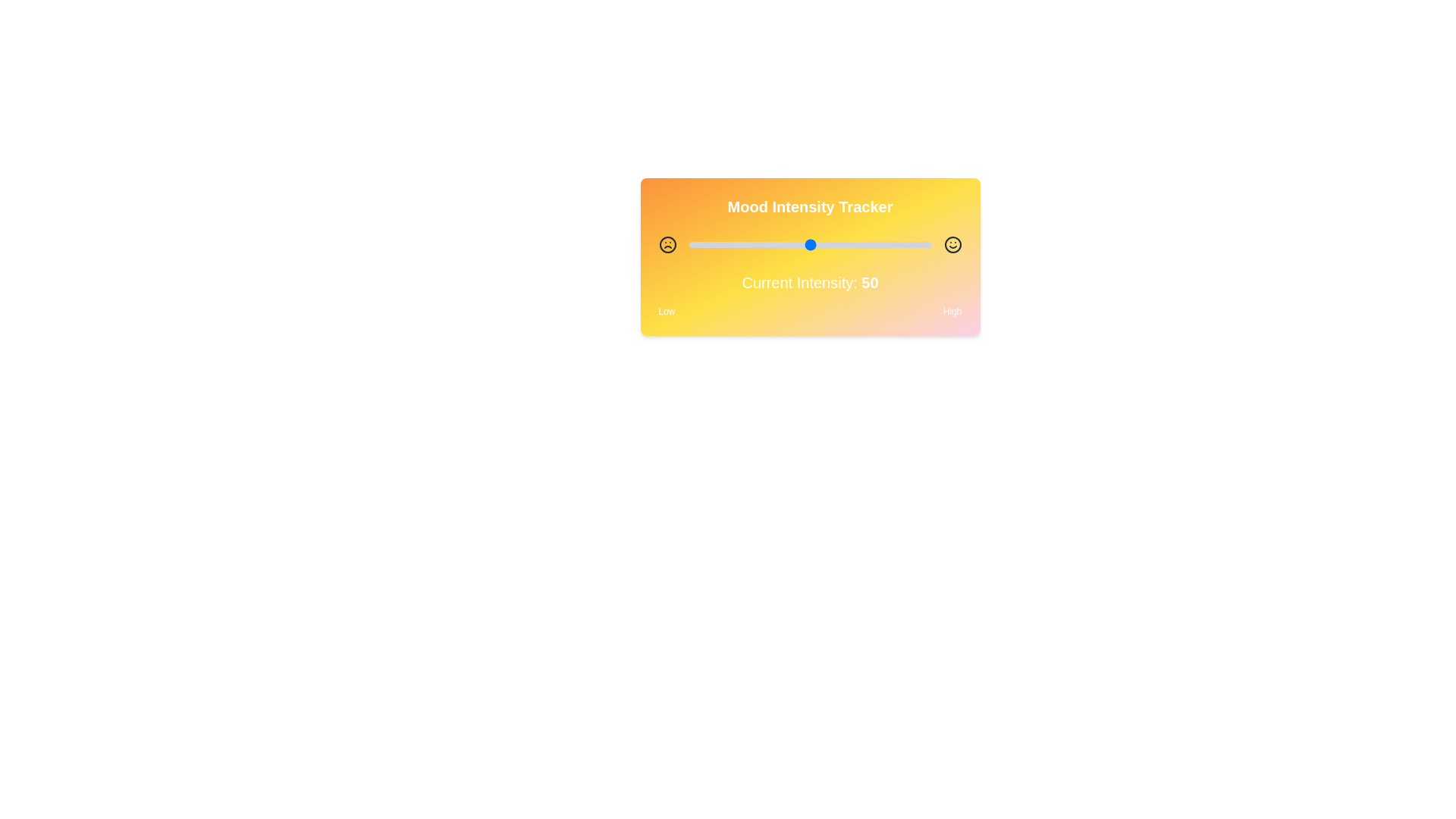  I want to click on the slider to set the intensity to 98, so click(926, 244).